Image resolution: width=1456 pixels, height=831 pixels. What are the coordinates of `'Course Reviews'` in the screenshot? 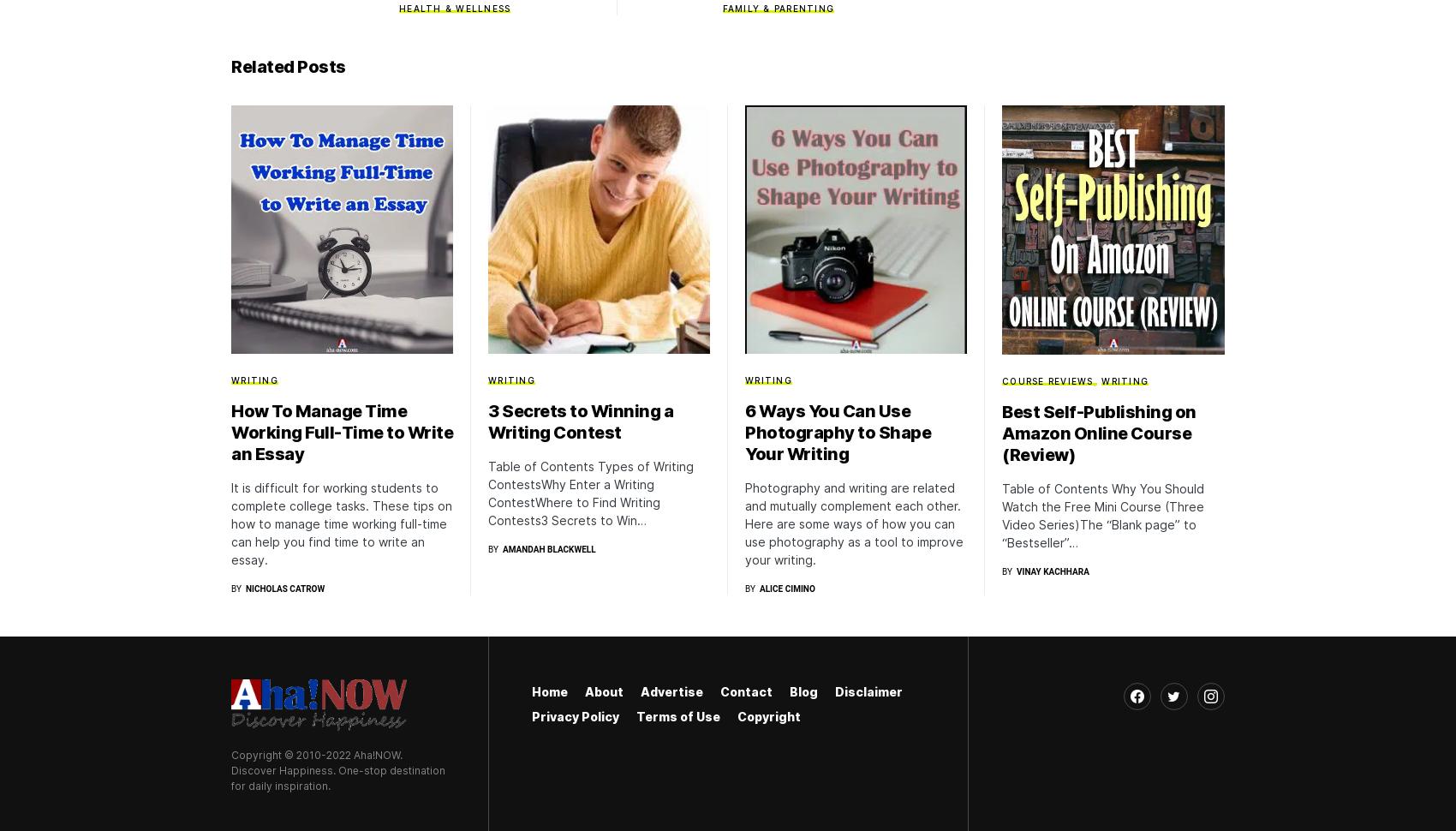 It's located at (1046, 379).